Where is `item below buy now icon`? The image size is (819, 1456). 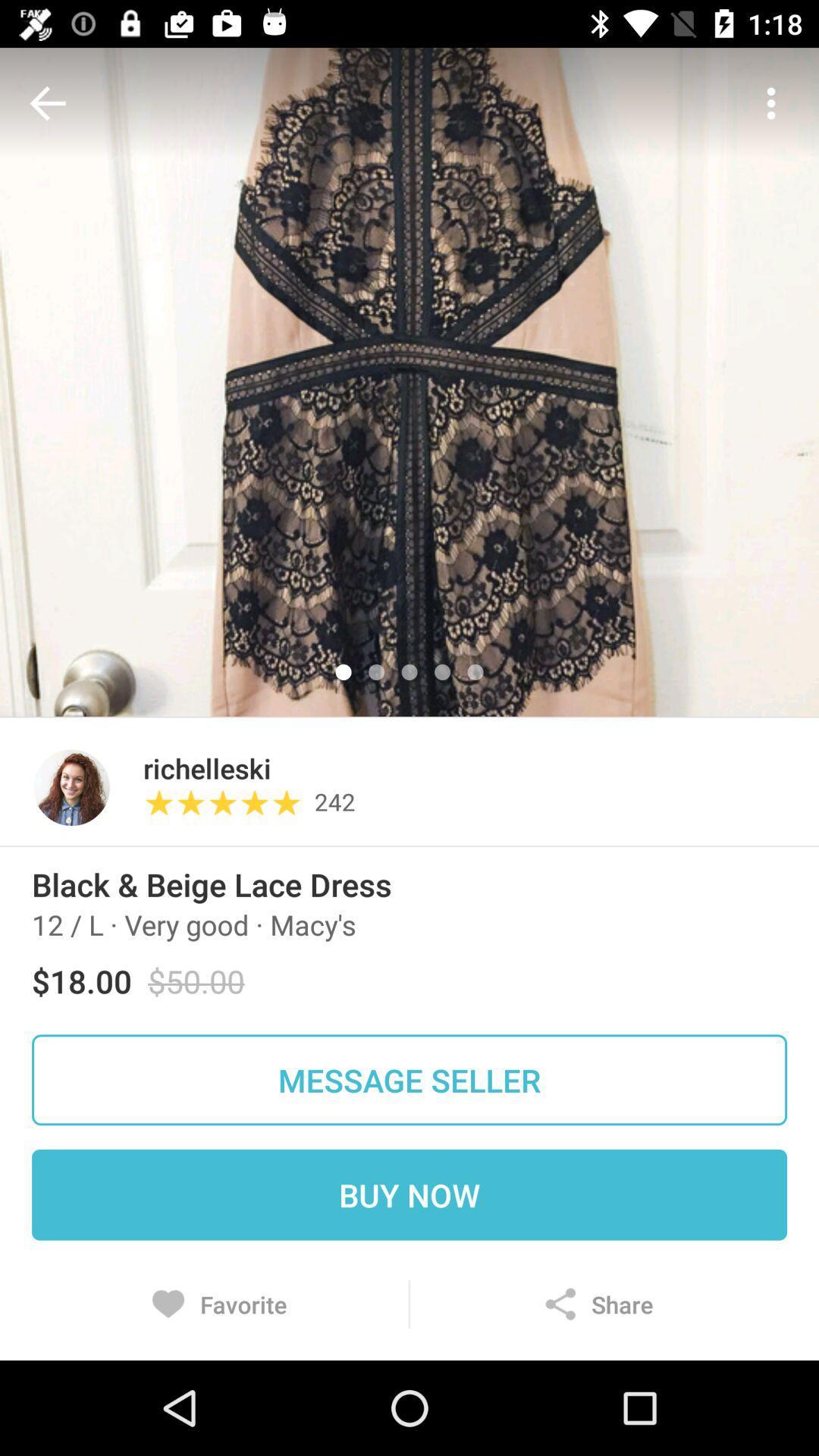
item below buy now icon is located at coordinates (598, 1304).